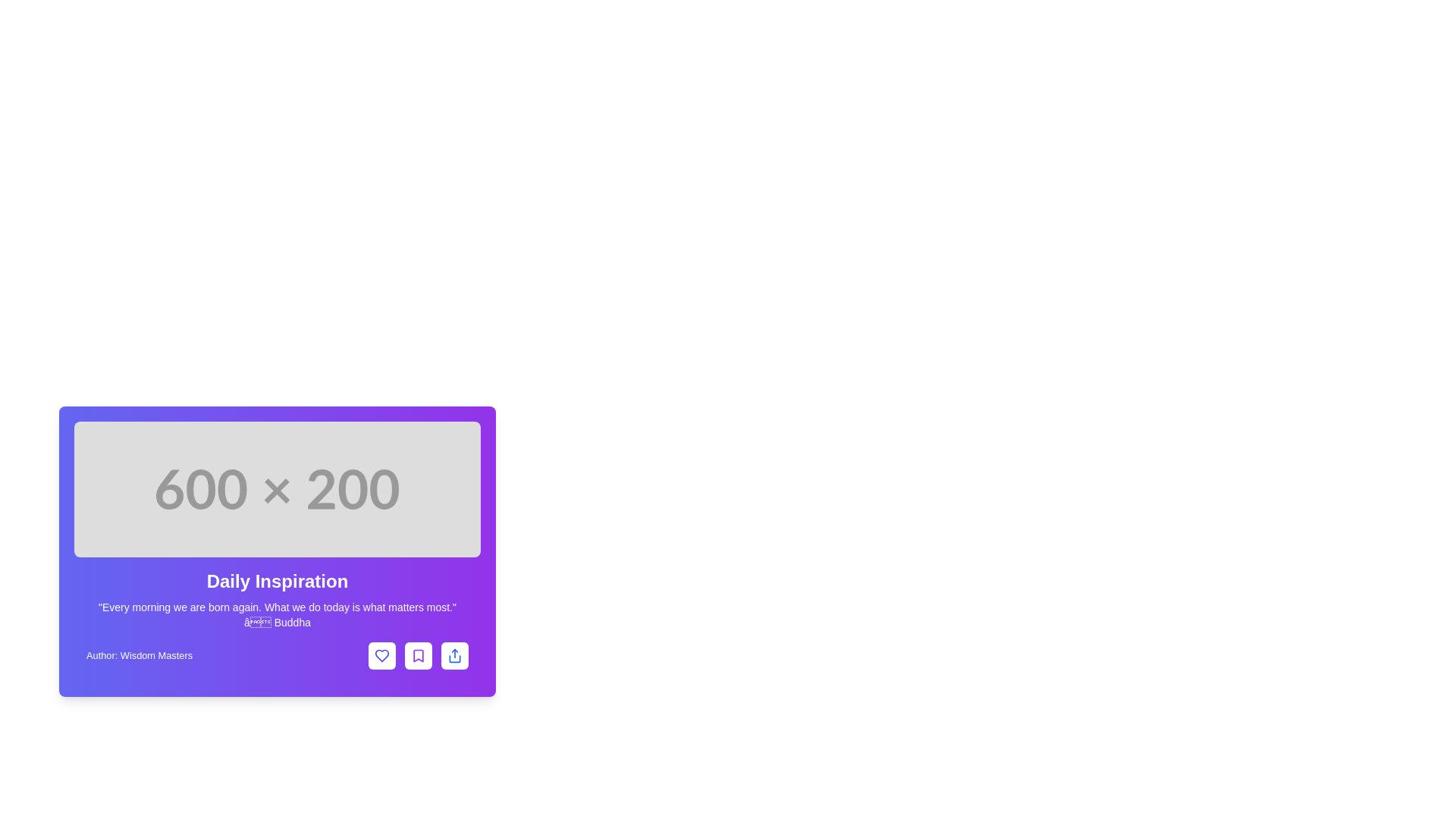 Image resolution: width=1456 pixels, height=819 pixels. What do you see at coordinates (382, 654) in the screenshot?
I see `the heart-shaped icon button located in the bottom right section of the card-like interface to like the content` at bounding box center [382, 654].